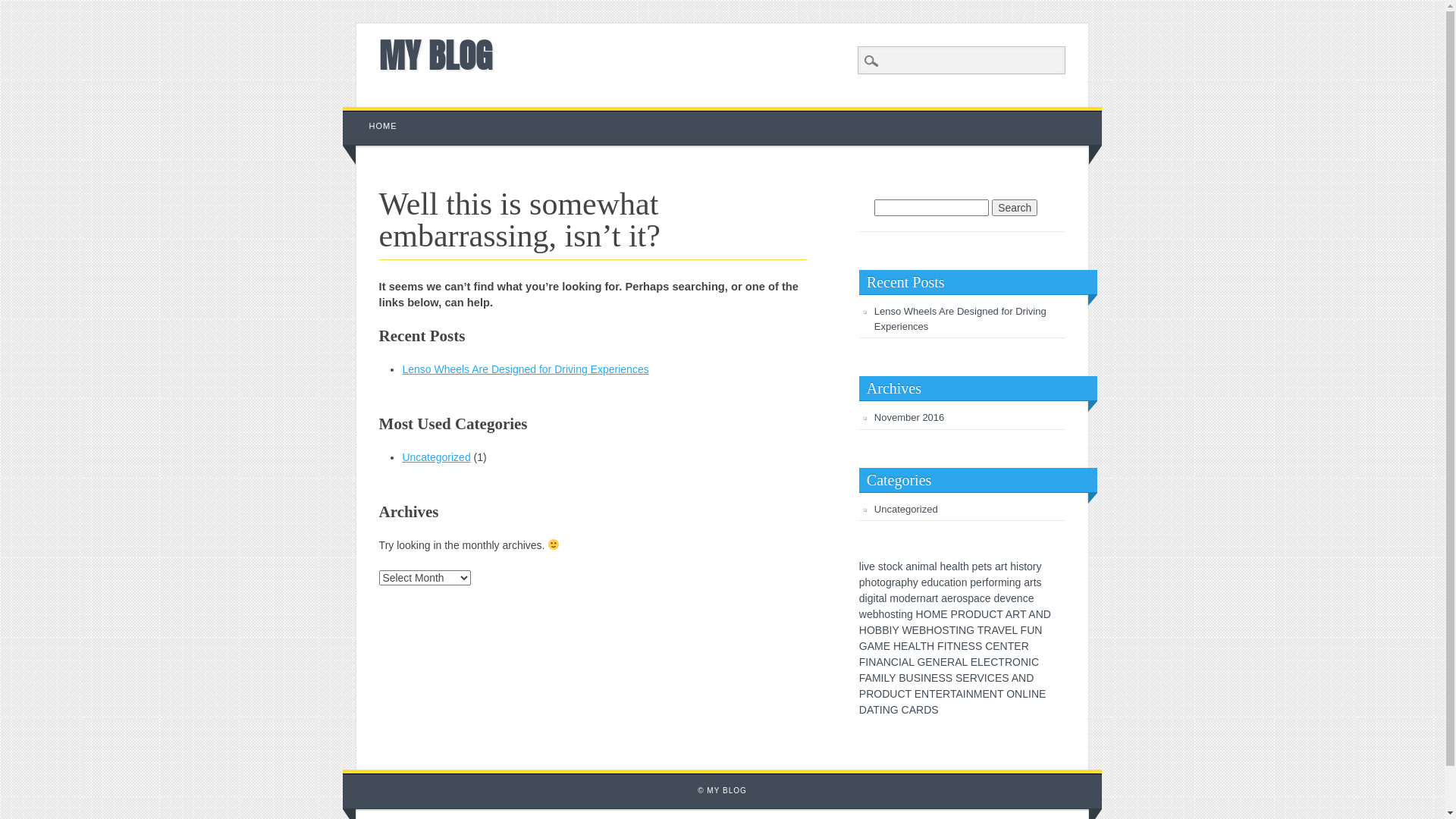 The image size is (1456, 819). What do you see at coordinates (1014, 629) in the screenshot?
I see `'L'` at bounding box center [1014, 629].